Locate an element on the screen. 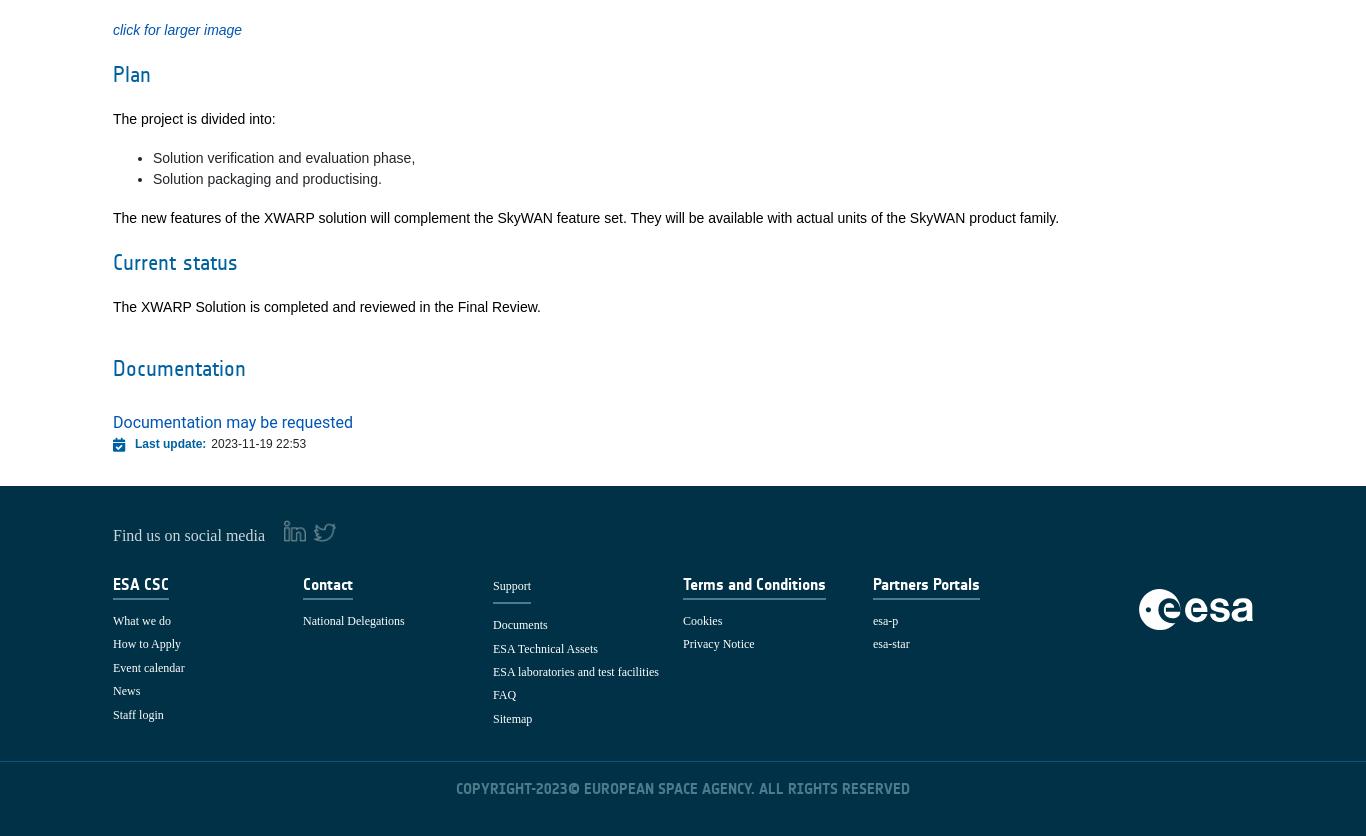 The width and height of the screenshot is (1366, 836). 'The project is divided into:' is located at coordinates (112, 117).